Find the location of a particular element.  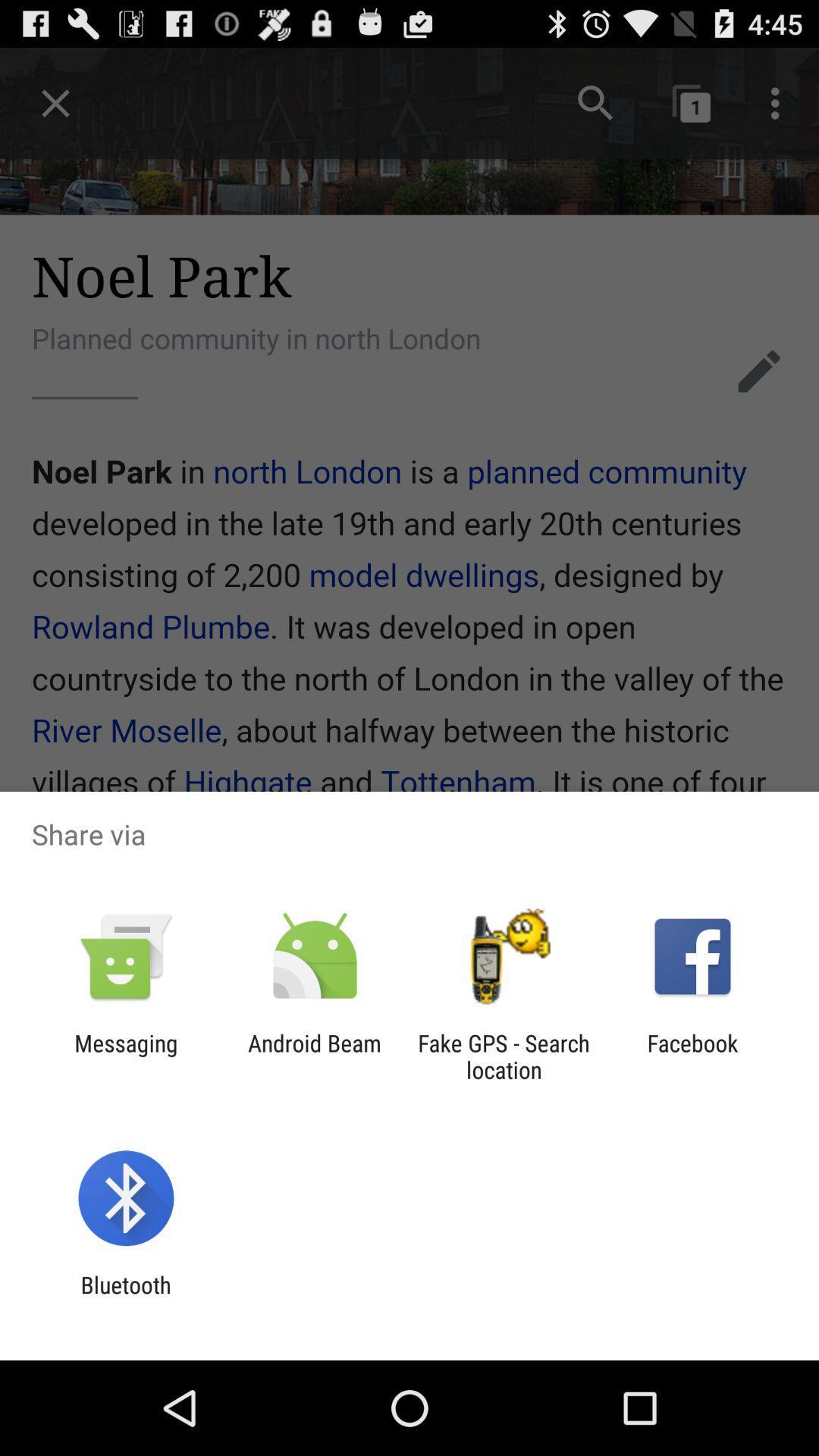

fake gps search icon is located at coordinates (504, 1056).